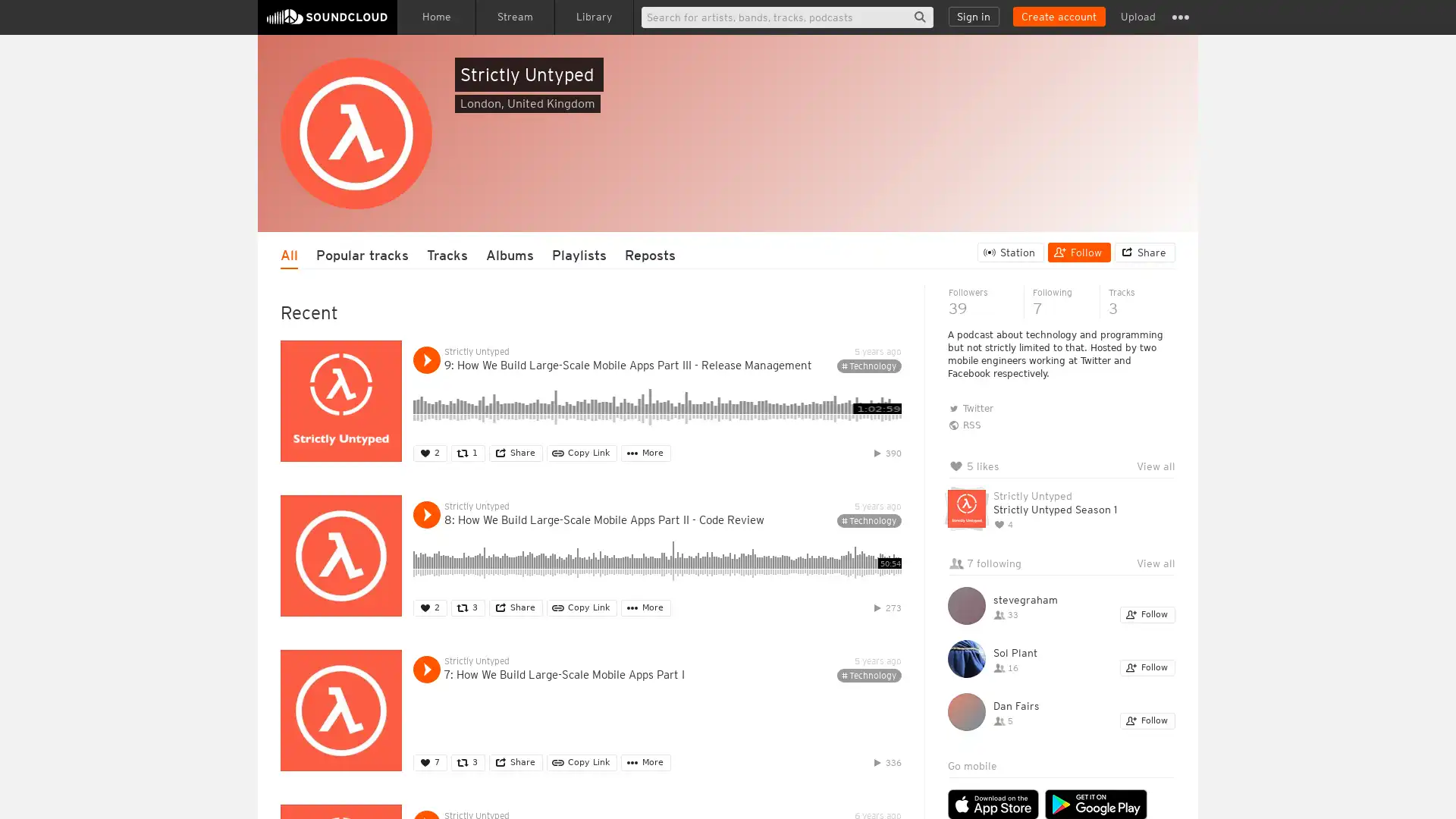 This screenshot has height=819, width=1456. I want to click on Search, so click(919, 17).